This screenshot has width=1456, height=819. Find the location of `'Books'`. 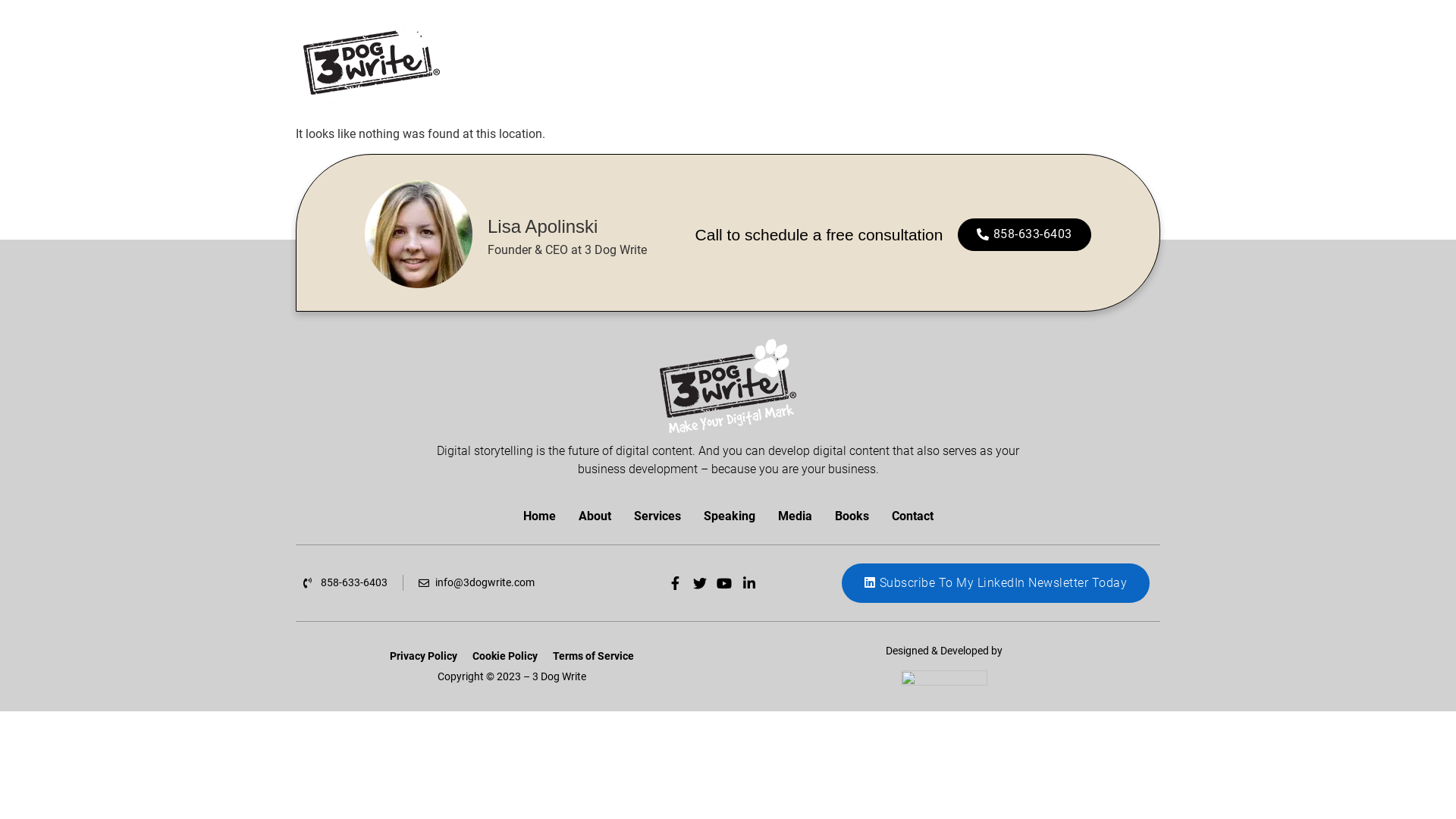

'Books' is located at coordinates (822, 516).